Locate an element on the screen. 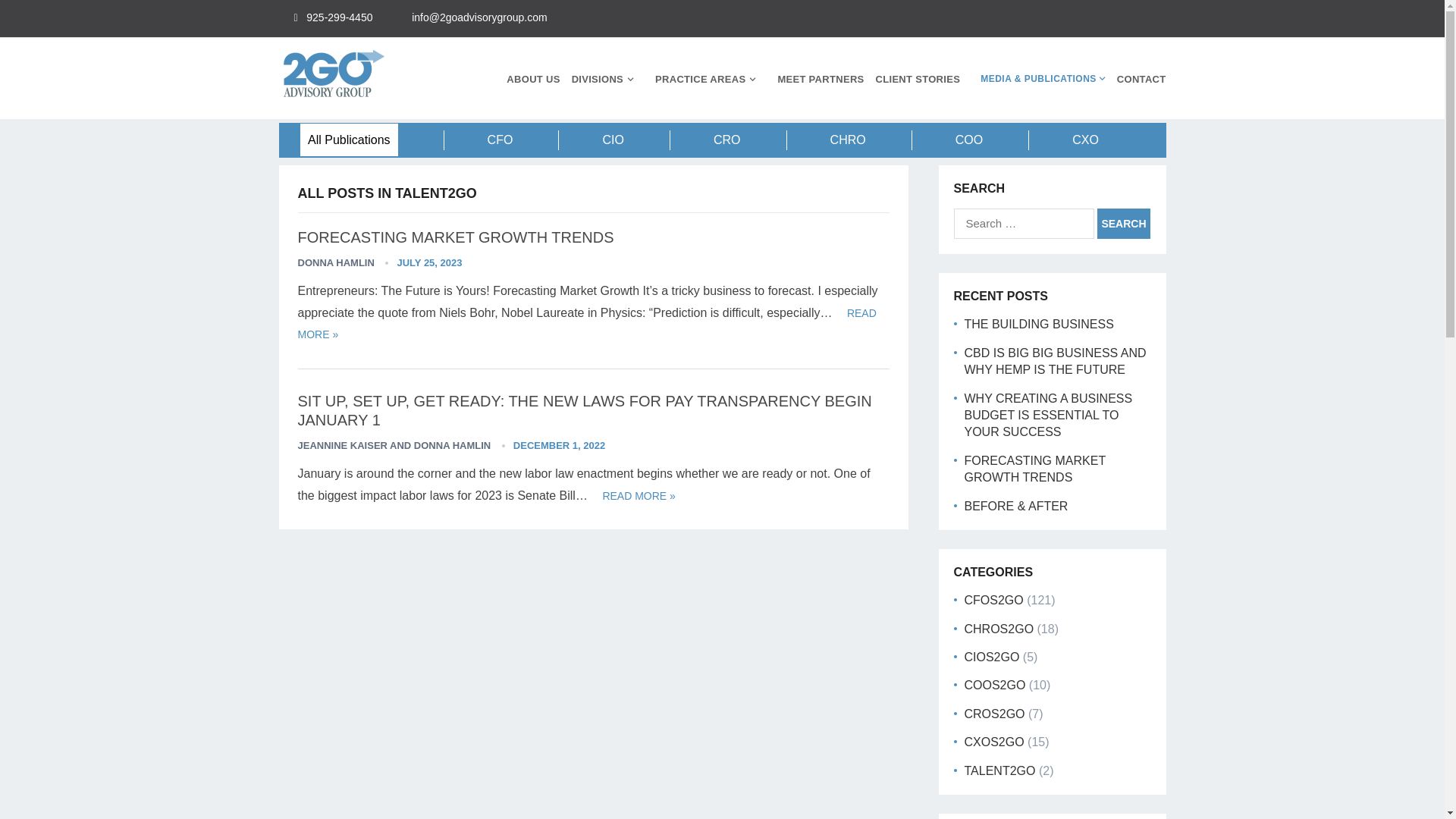 The width and height of the screenshot is (1456, 819). 'THE BUILDING BUSINESS' is located at coordinates (964, 323).